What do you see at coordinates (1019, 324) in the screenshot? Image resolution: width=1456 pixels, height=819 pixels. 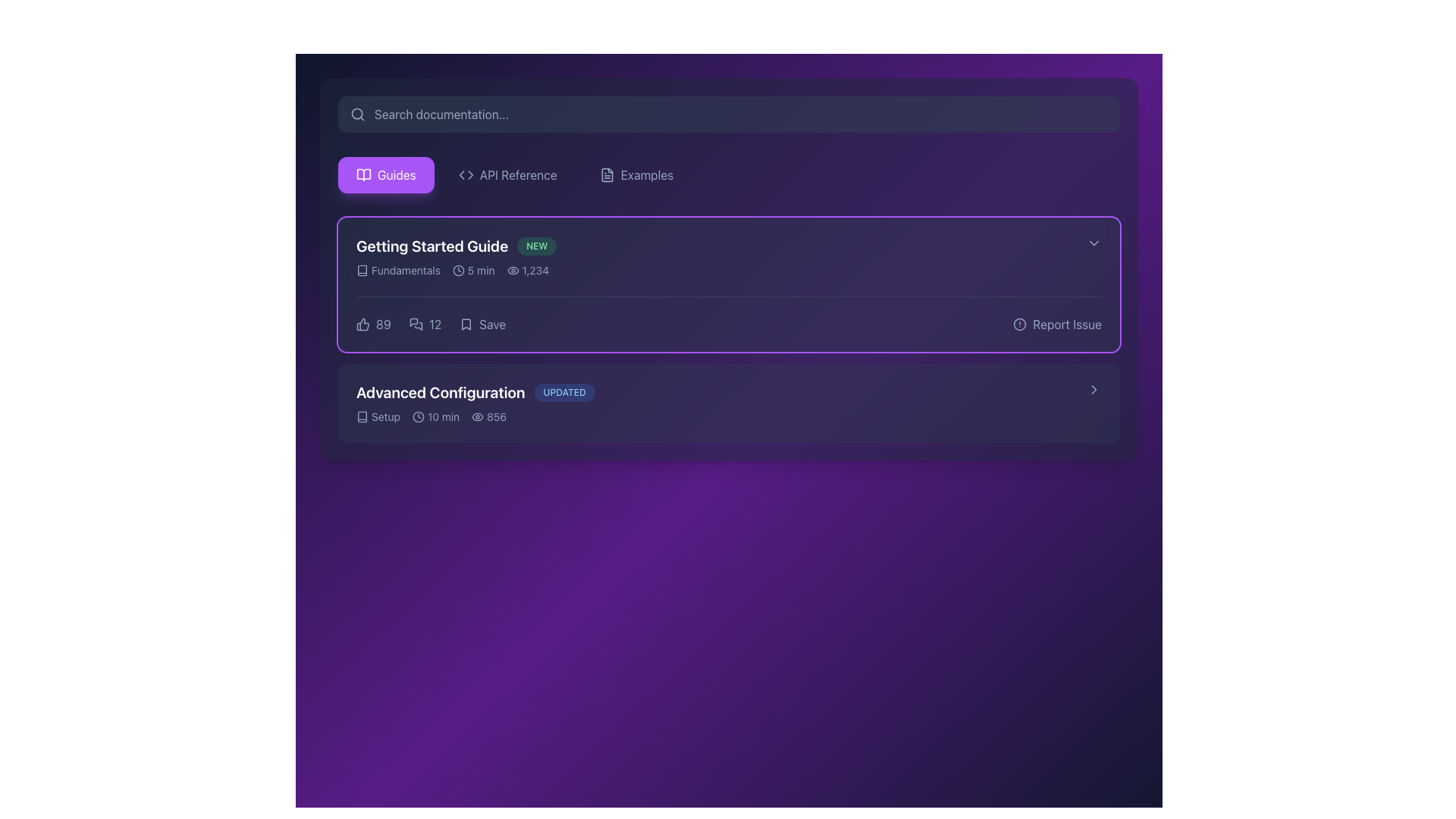 I see `the circular icon with an outer border and an inner dot, which is located before the 'Report Issue' text in the 'Getting Started Guide' section` at bounding box center [1019, 324].